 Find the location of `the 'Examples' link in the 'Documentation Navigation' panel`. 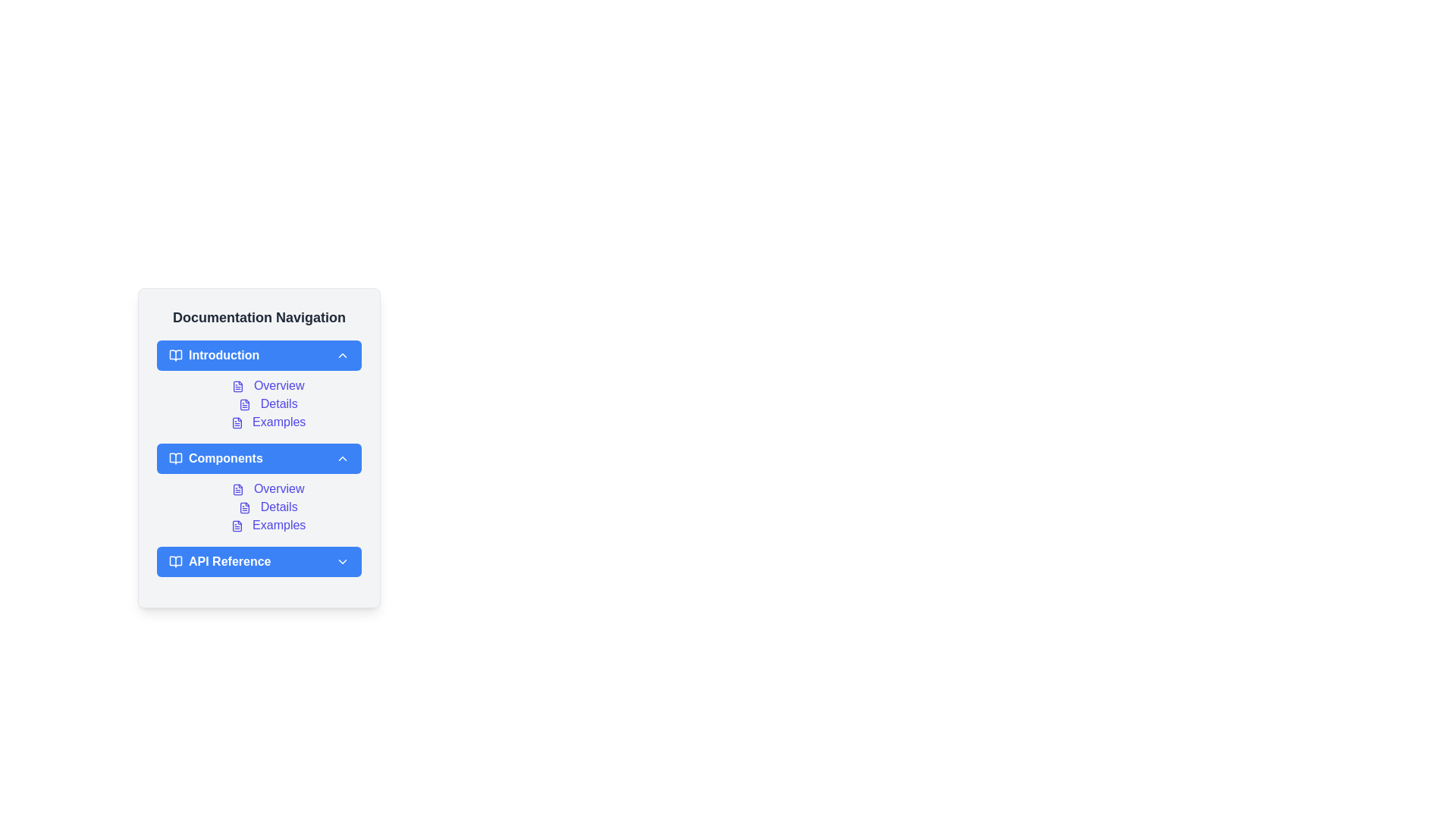

the 'Examples' link in the 'Documentation Navigation' panel is located at coordinates (268, 525).